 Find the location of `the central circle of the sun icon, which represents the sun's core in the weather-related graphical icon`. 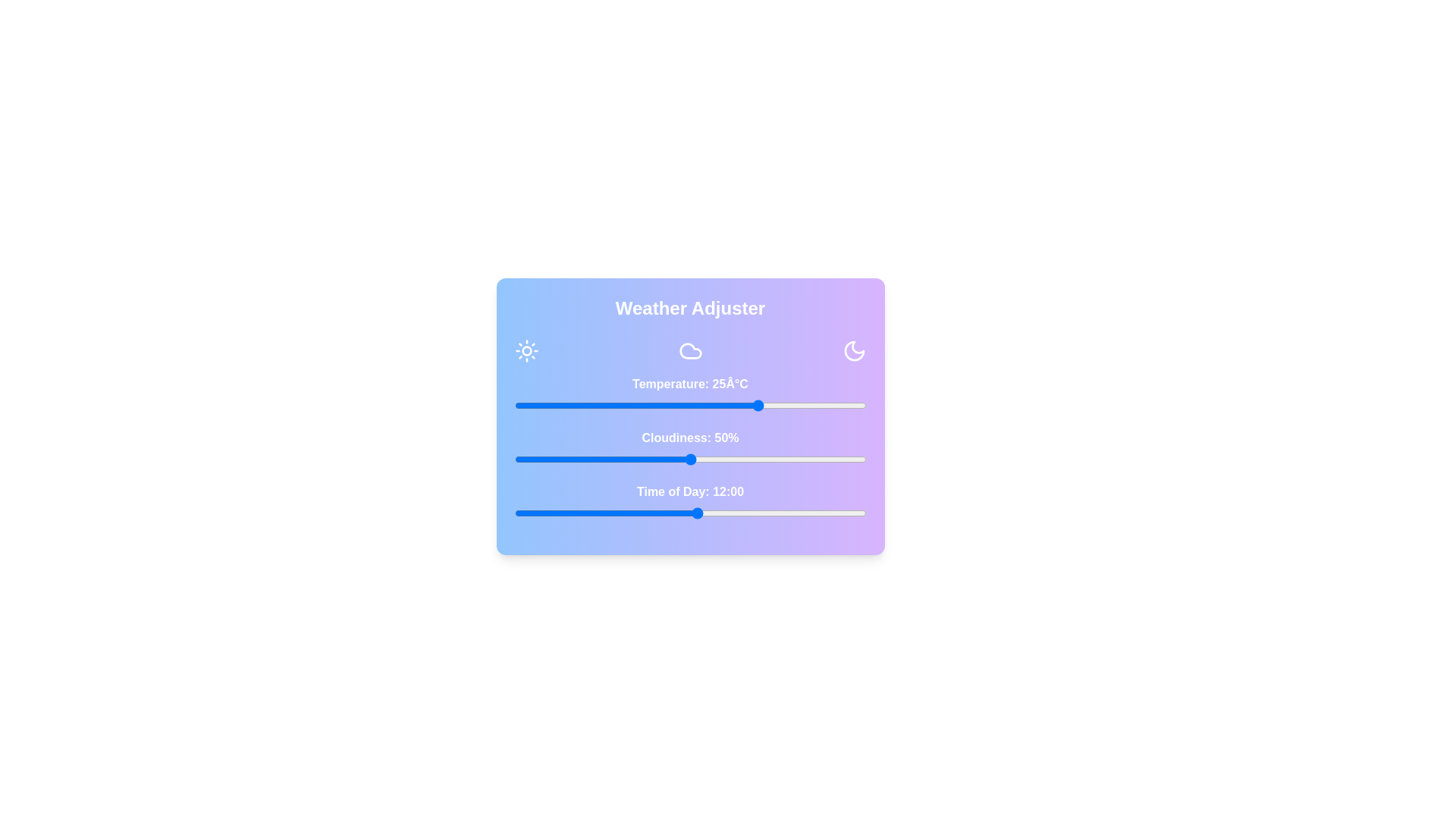

the central circle of the sun icon, which represents the sun's core in the weather-related graphical icon is located at coordinates (526, 350).